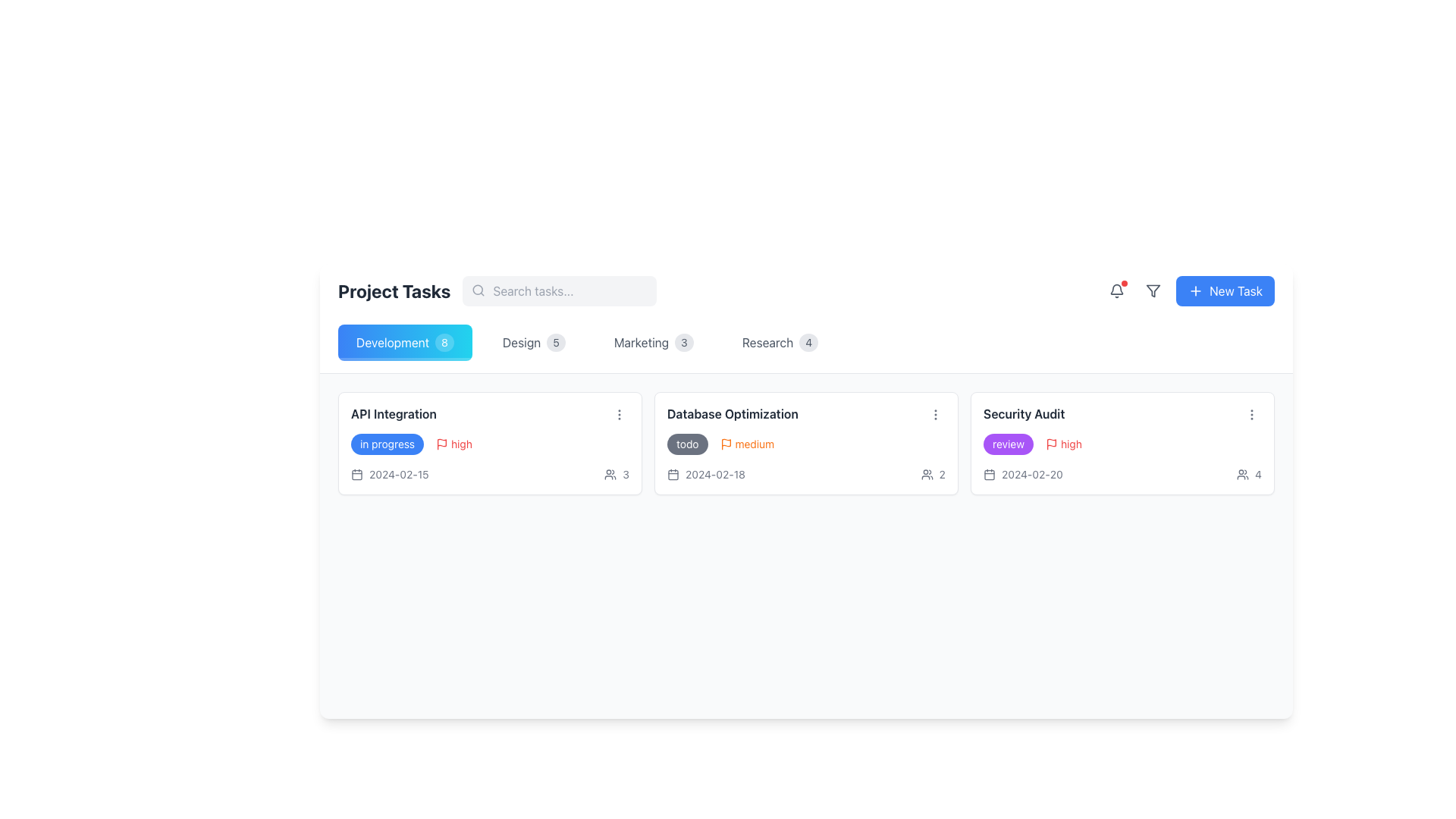  Describe the element at coordinates (405, 359) in the screenshot. I see `the decorative bar located beneath the 'Development' text and badge '8' within the 'Development 8' button component` at that location.